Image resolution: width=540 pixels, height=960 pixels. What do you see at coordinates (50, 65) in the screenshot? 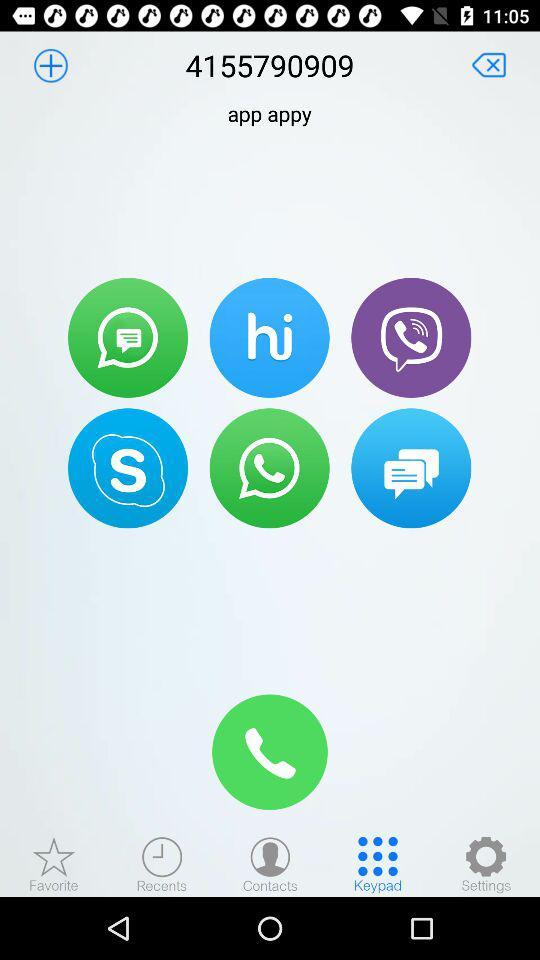
I see `plus button` at bounding box center [50, 65].